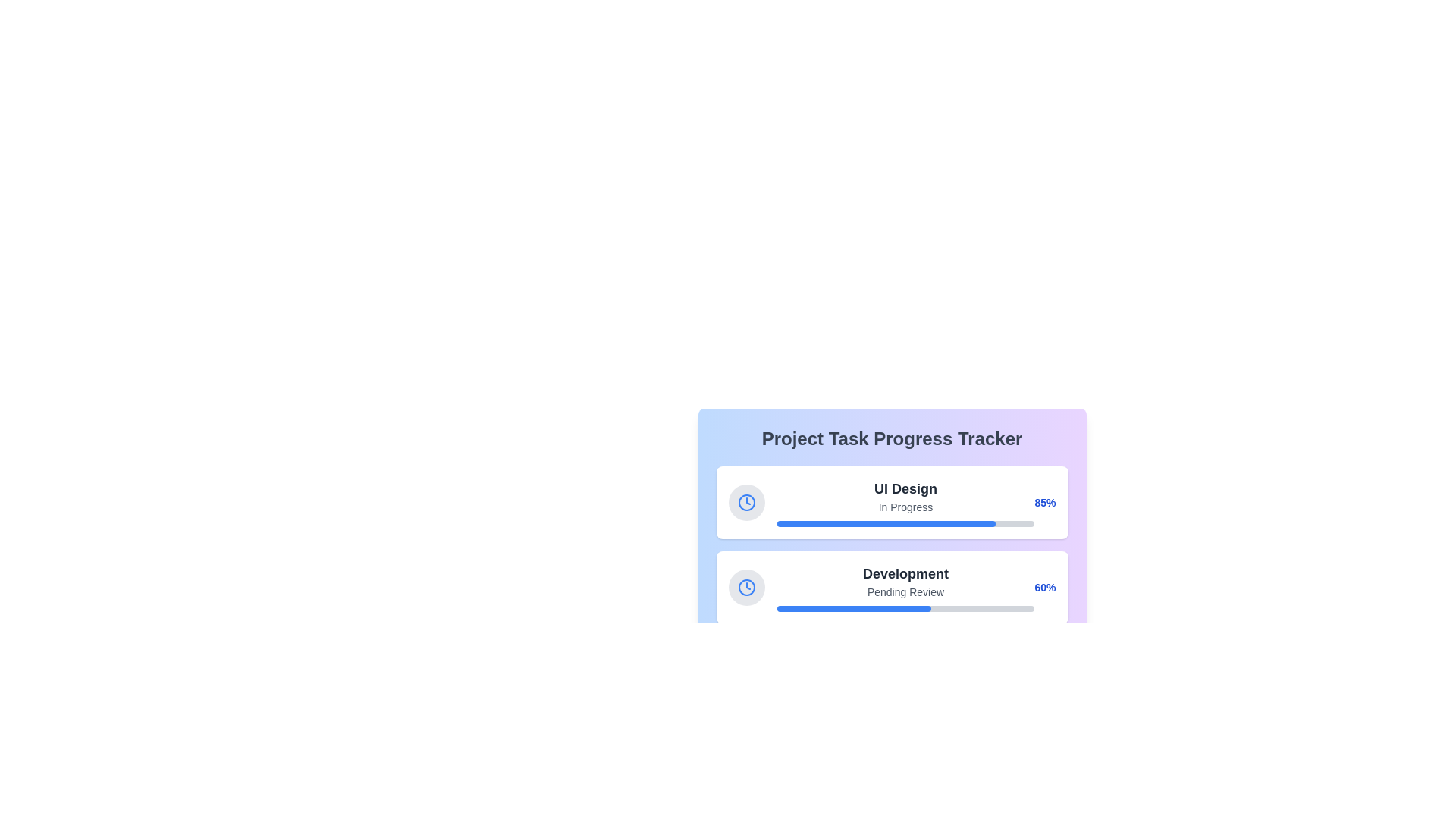 This screenshot has height=819, width=1456. What do you see at coordinates (746, 503) in the screenshot?
I see `the status icon representing the 'UI Design' task in the progress tracker, located within the card that also displays 'In Progress' and a progress bar` at bounding box center [746, 503].